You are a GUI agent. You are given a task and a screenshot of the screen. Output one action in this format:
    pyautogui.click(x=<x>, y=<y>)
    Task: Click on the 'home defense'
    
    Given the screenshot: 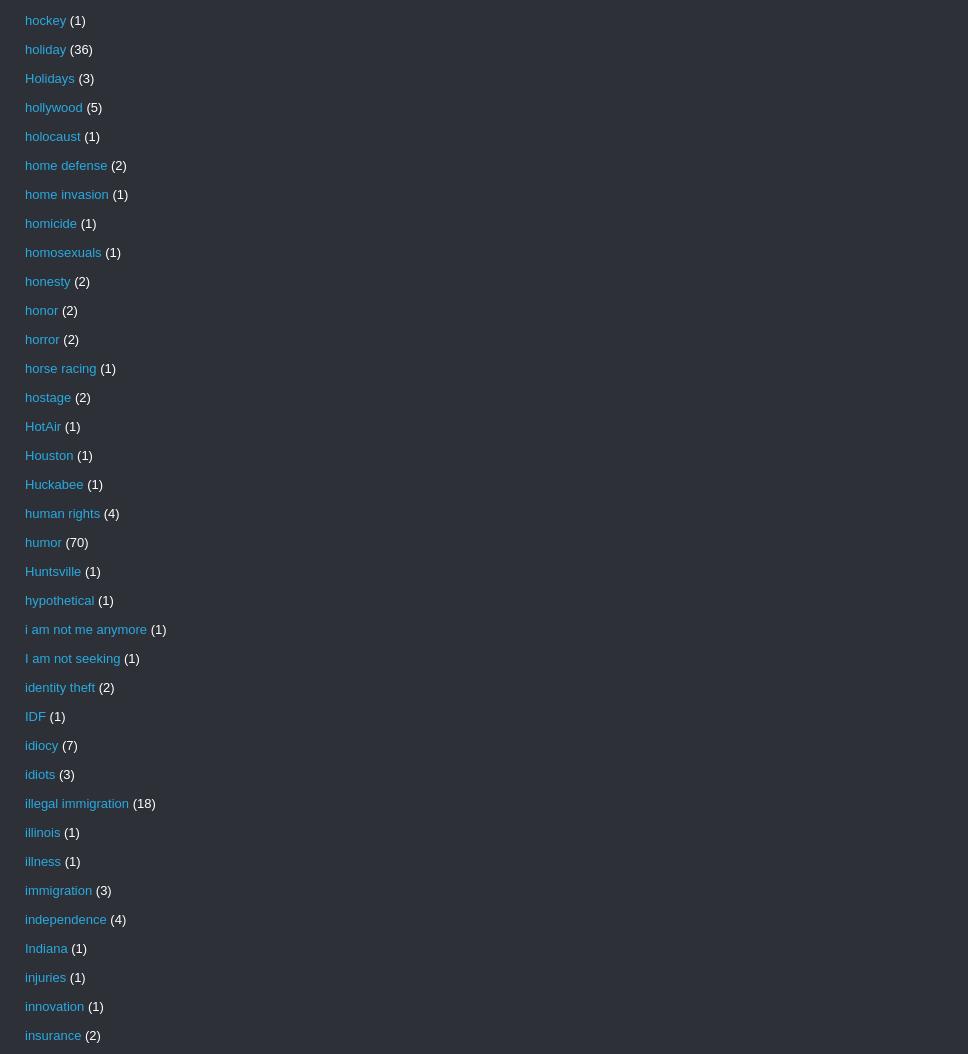 What is the action you would take?
    pyautogui.click(x=24, y=164)
    